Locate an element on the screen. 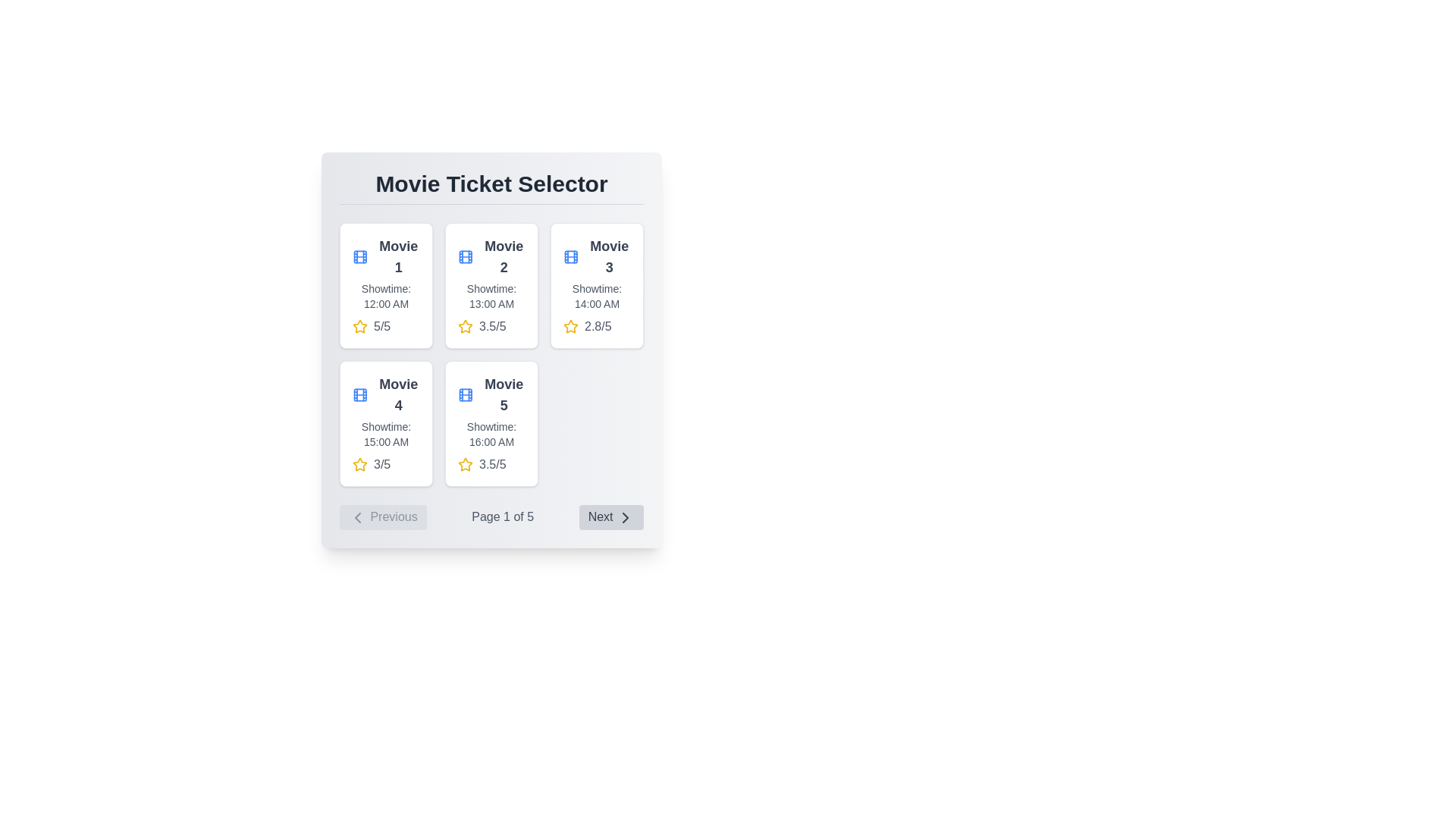 The height and width of the screenshot is (819, 1456). the star icon with a yellow outline and white fill located on the second row of the grid arrangement within the card titled 'Movie 2' to rate or interact with the icon is located at coordinates (465, 325).